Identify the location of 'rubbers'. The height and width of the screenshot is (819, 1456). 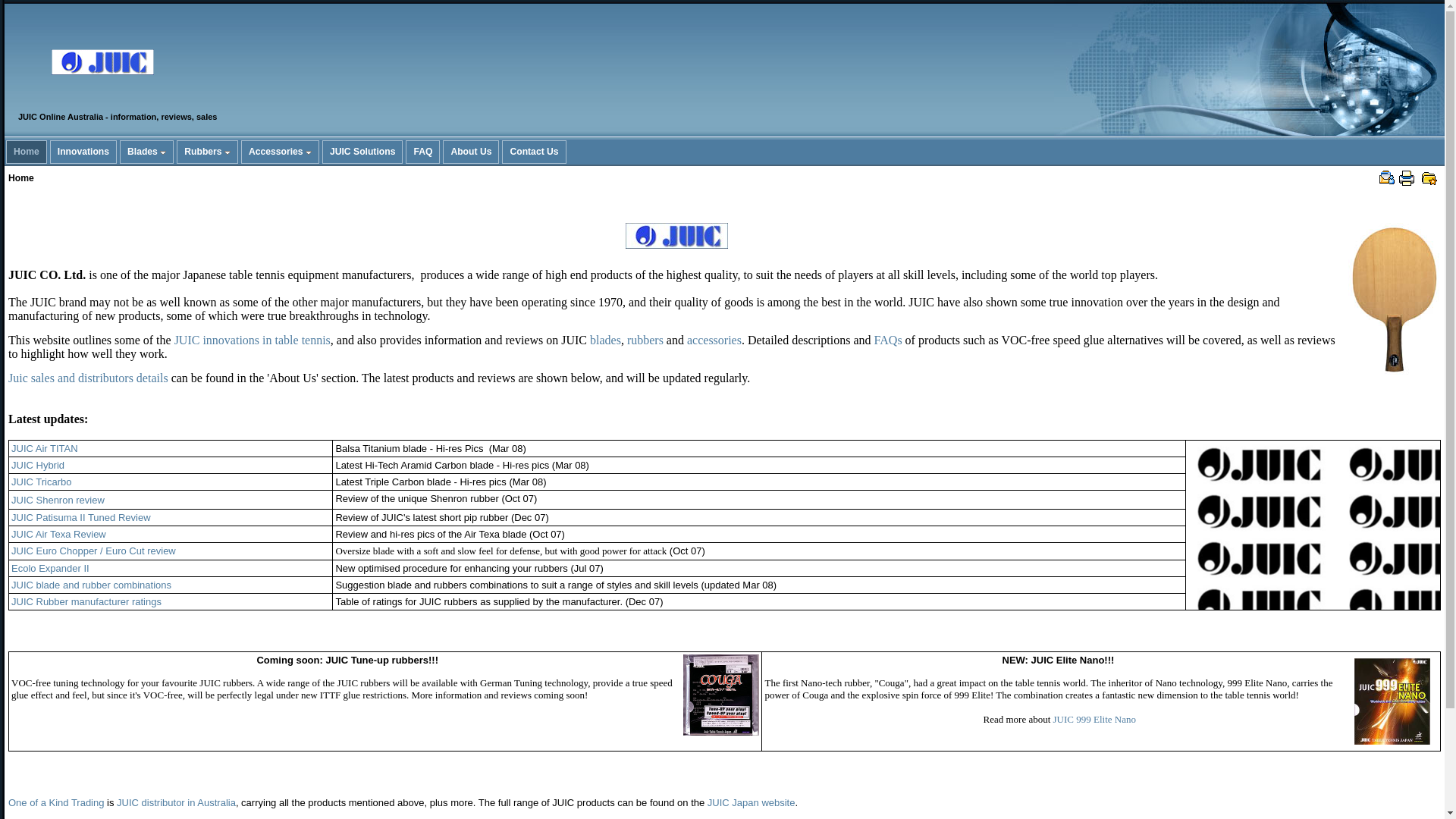
(645, 339).